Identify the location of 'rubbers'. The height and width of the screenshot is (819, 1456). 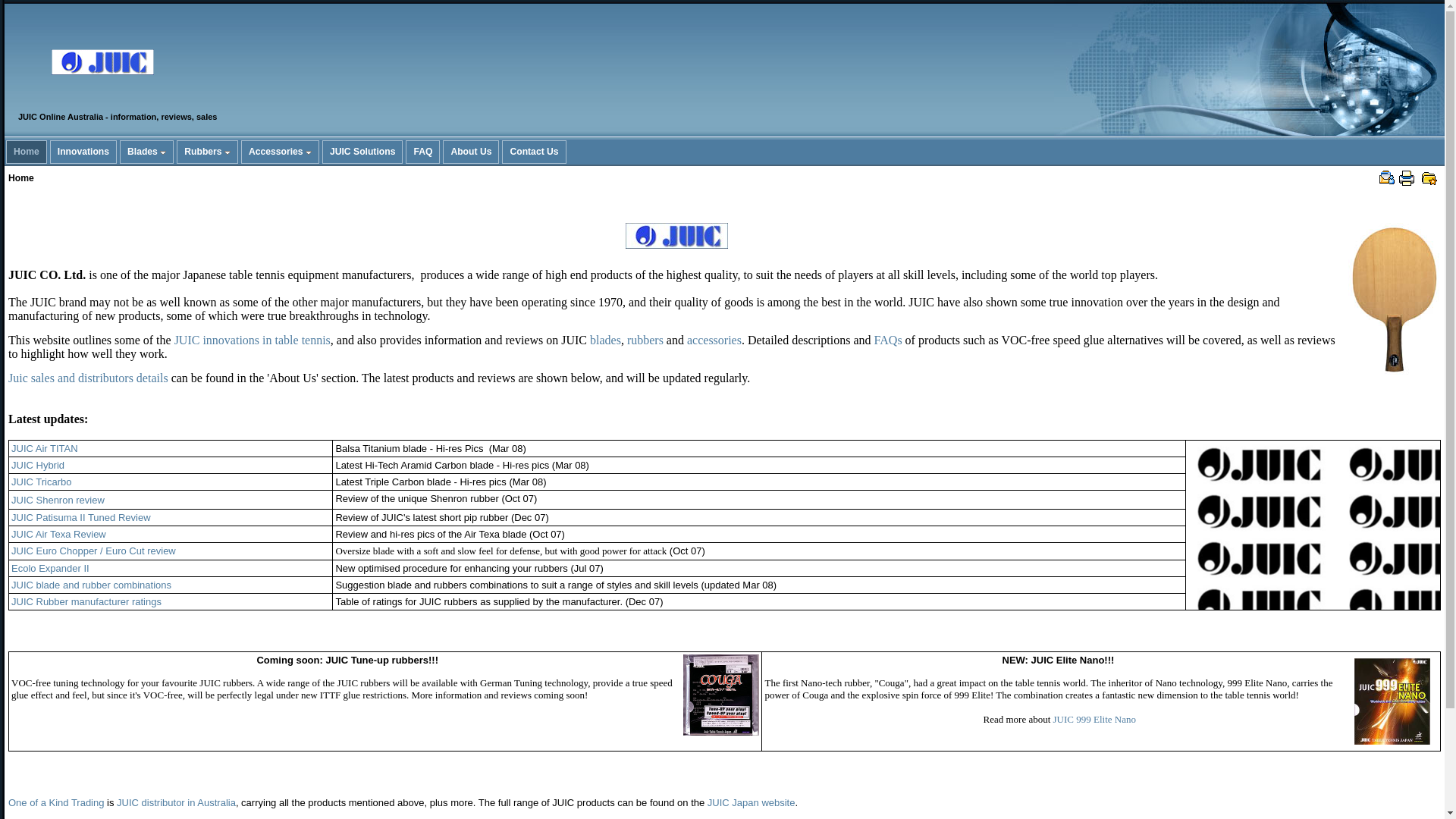
(645, 339).